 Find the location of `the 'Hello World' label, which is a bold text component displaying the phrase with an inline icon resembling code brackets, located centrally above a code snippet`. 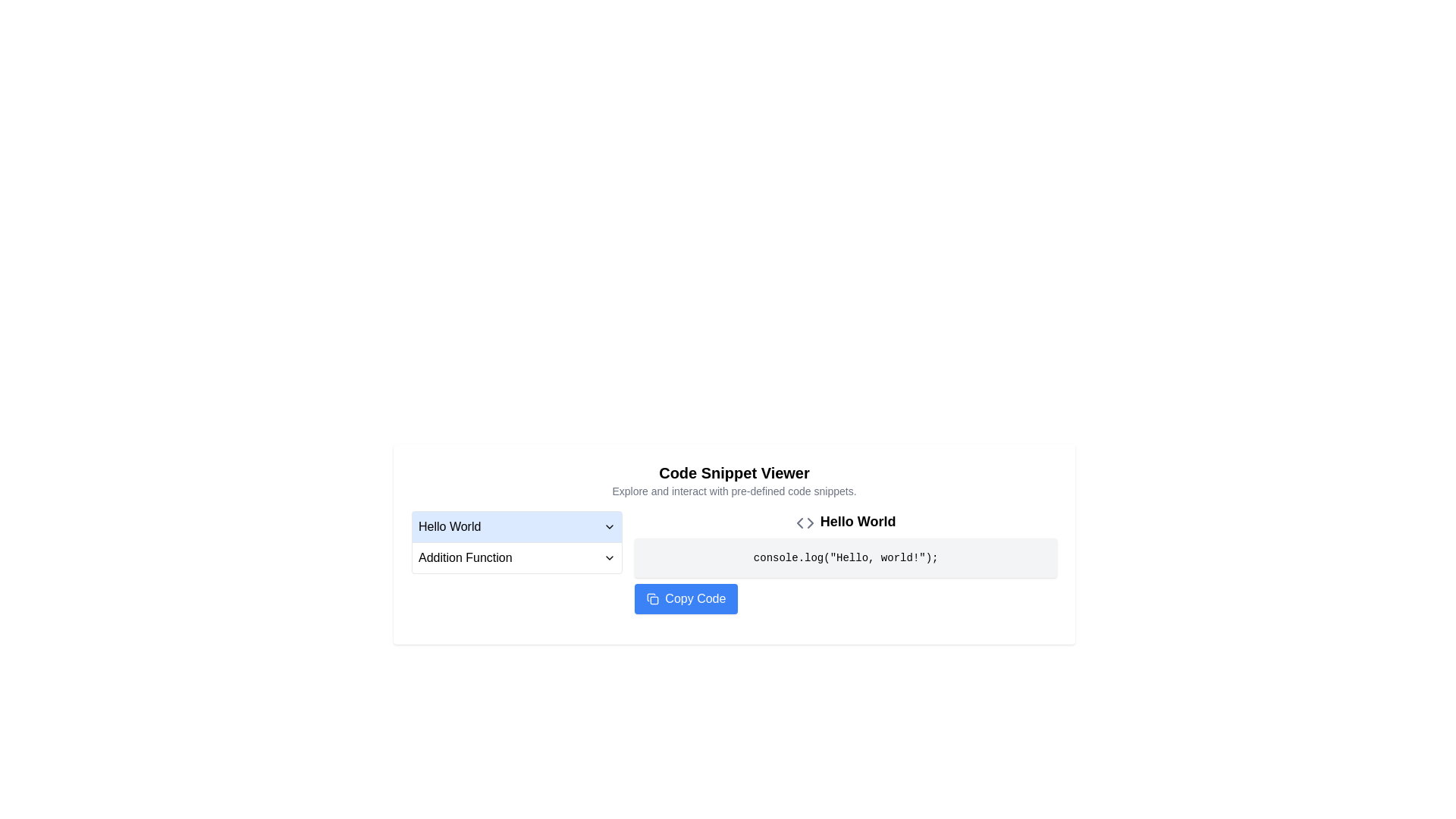

the 'Hello World' label, which is a bold text component displaying the phrase with an inline icon resembling code brackets, located centrally above a code snippet is located at coordinates (845, 520).